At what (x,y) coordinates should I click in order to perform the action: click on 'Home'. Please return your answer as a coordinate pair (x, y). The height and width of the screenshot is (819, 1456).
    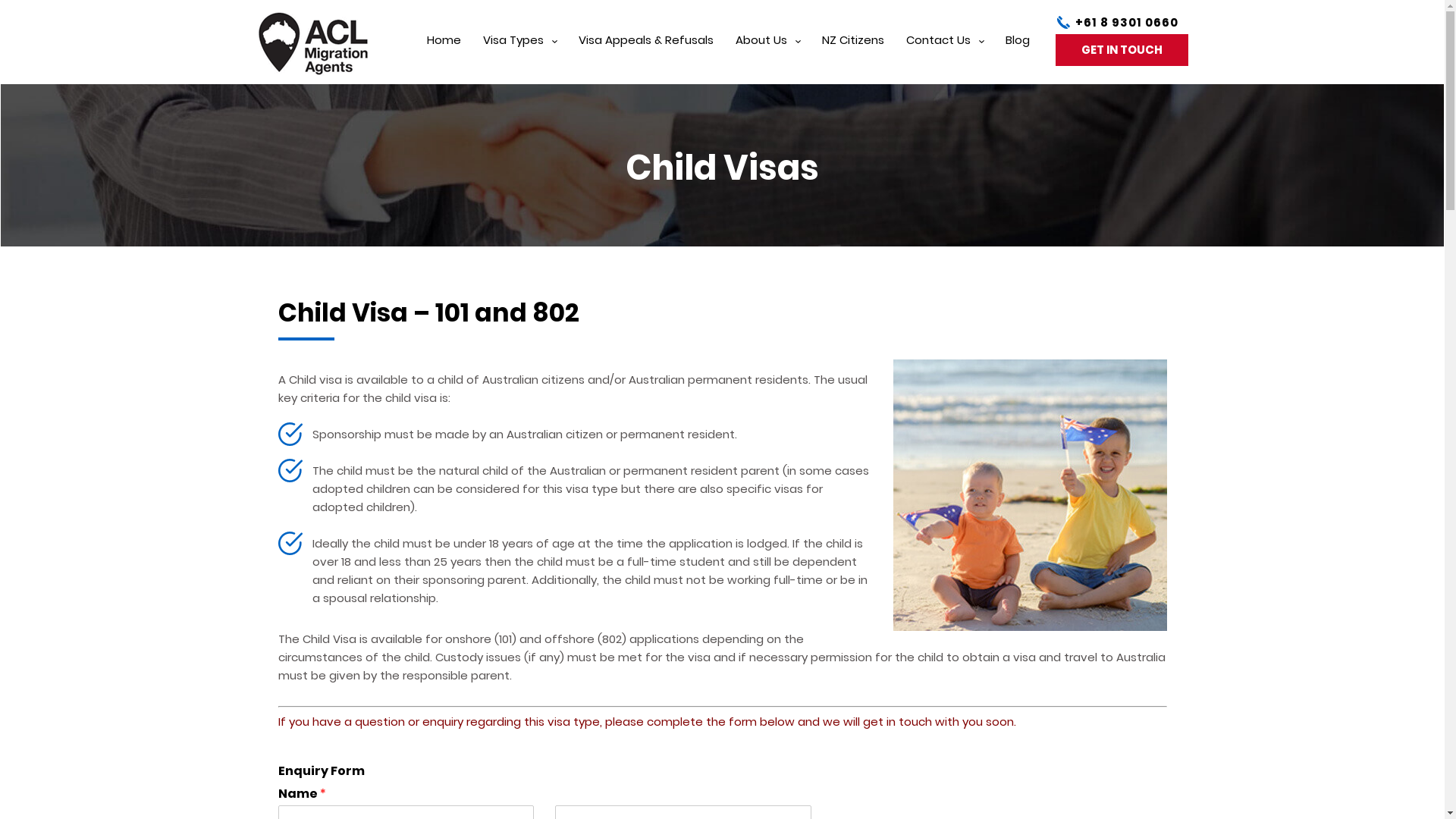
    Looking at the image, I should click on (443, 58).